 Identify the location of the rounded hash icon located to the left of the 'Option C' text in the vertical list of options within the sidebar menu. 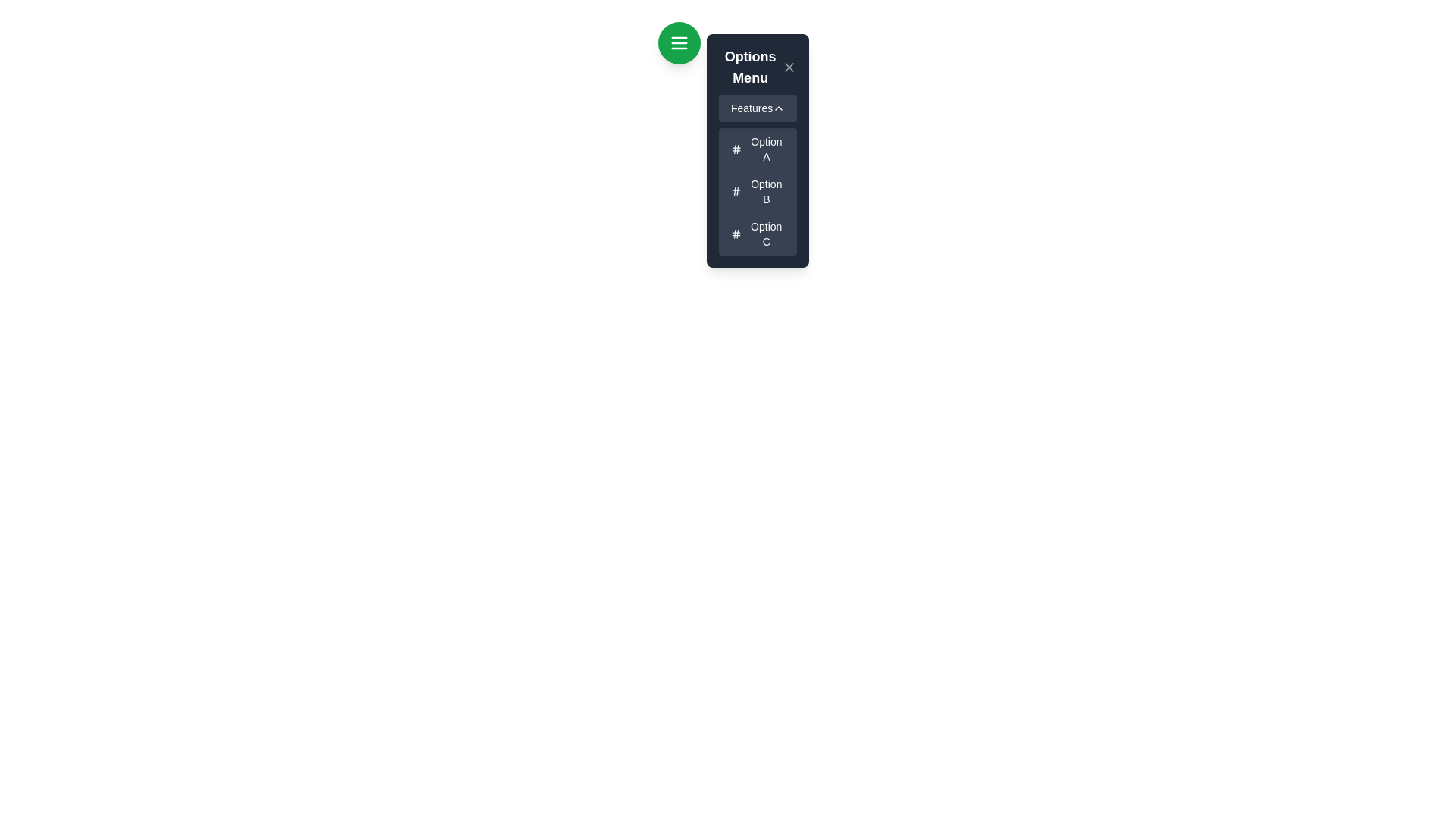
(736, 234).